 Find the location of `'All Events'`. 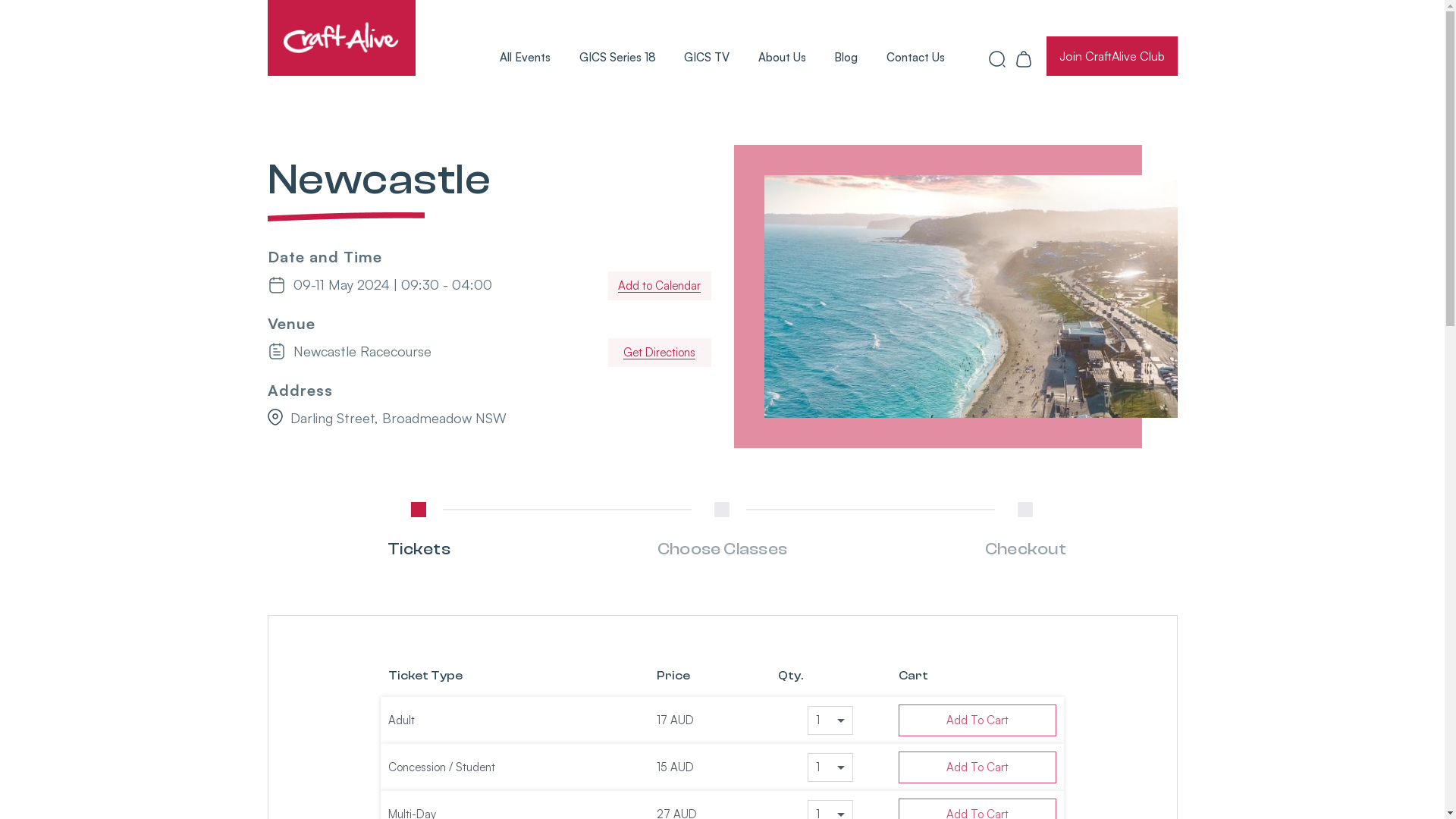

'All Events' is located at coordinates (488, 57).